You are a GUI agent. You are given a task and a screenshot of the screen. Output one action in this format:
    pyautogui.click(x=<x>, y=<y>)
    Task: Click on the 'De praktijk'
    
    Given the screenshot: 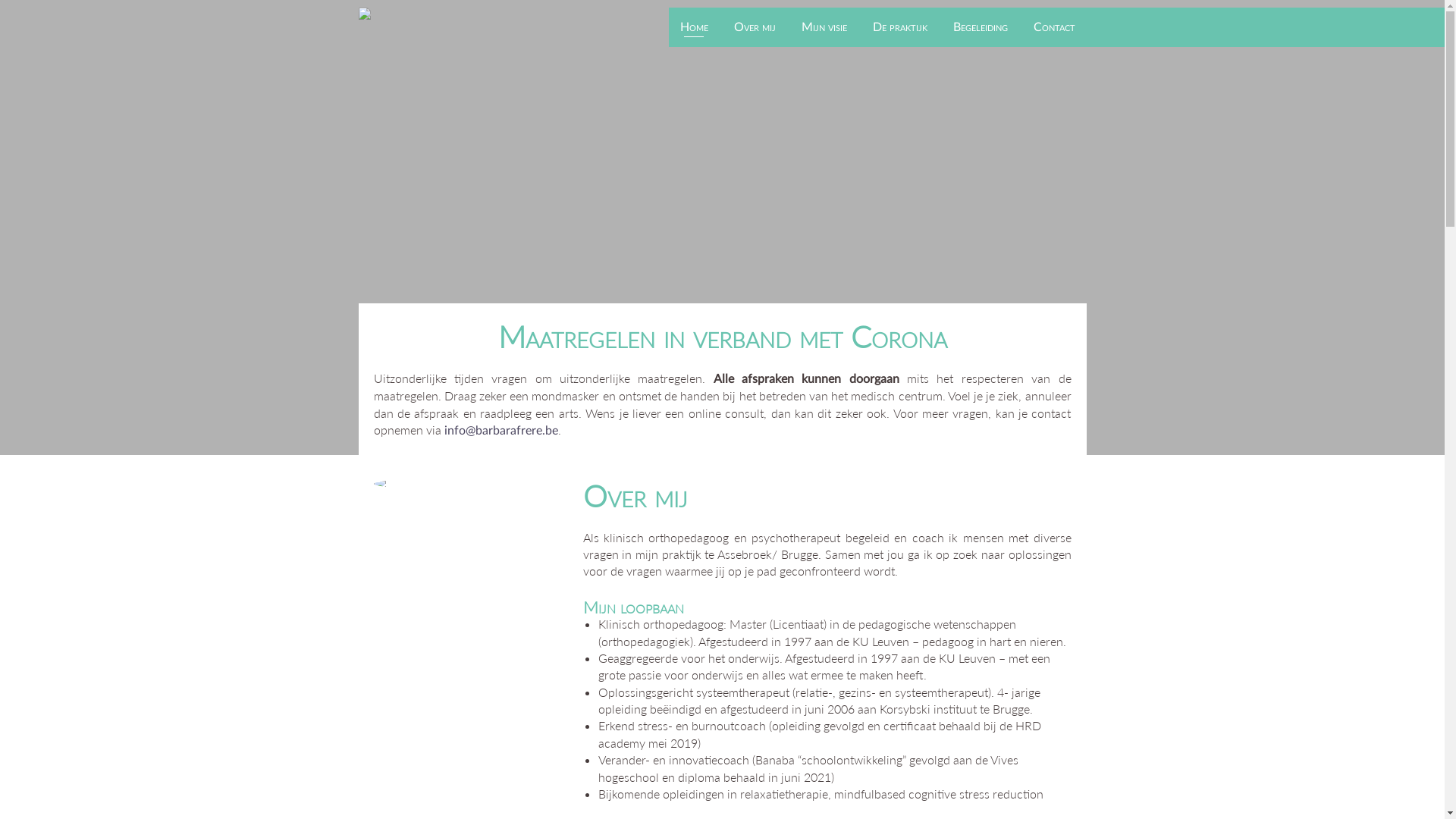 What is the action you would take?
    pyautogui.click(x=899, y=27)
    